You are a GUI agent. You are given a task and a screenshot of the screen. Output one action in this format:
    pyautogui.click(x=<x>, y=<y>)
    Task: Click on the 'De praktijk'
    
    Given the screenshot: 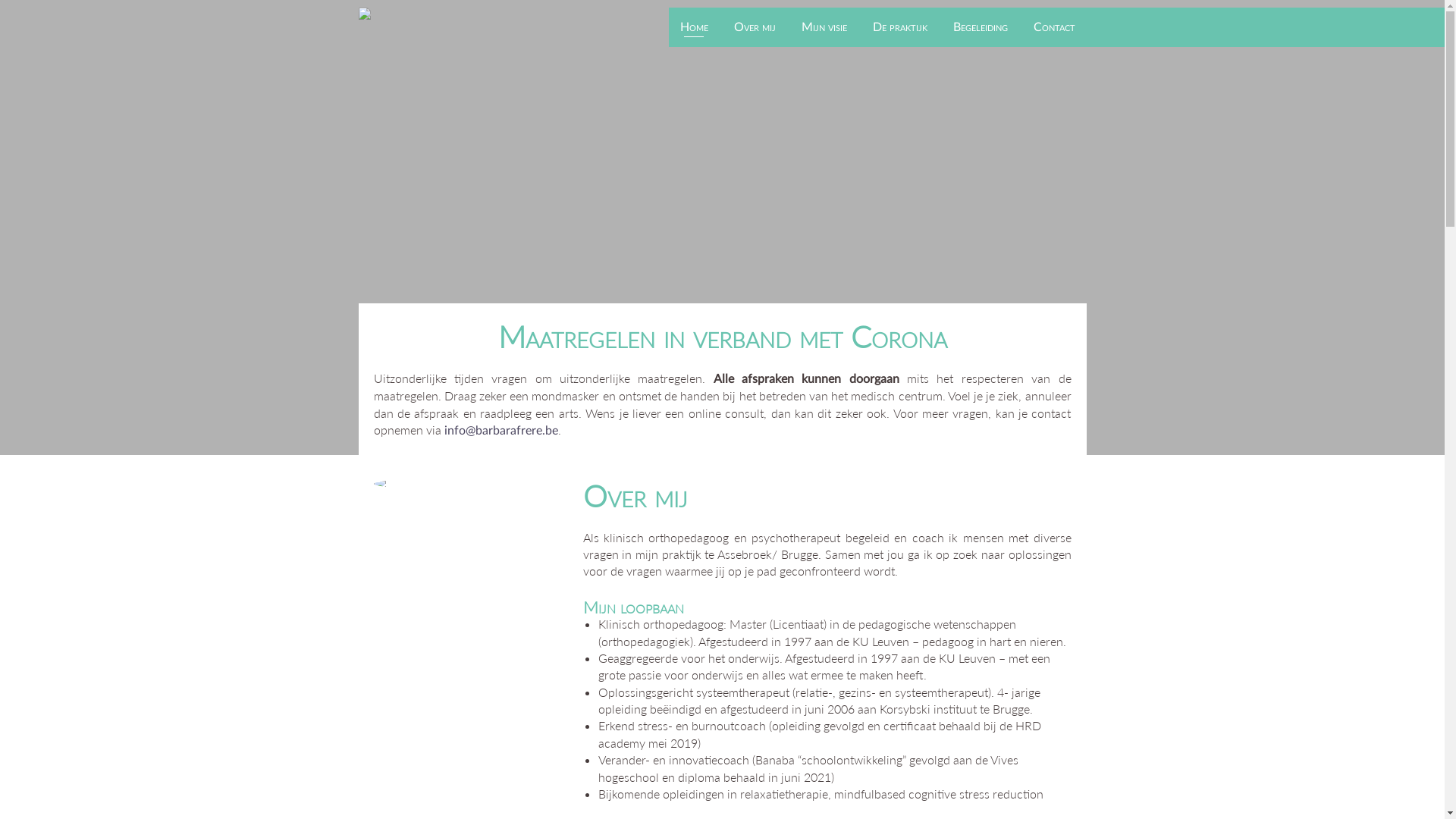 What is the action you would take?
    pyautogui.click(x=899, y=27)
    